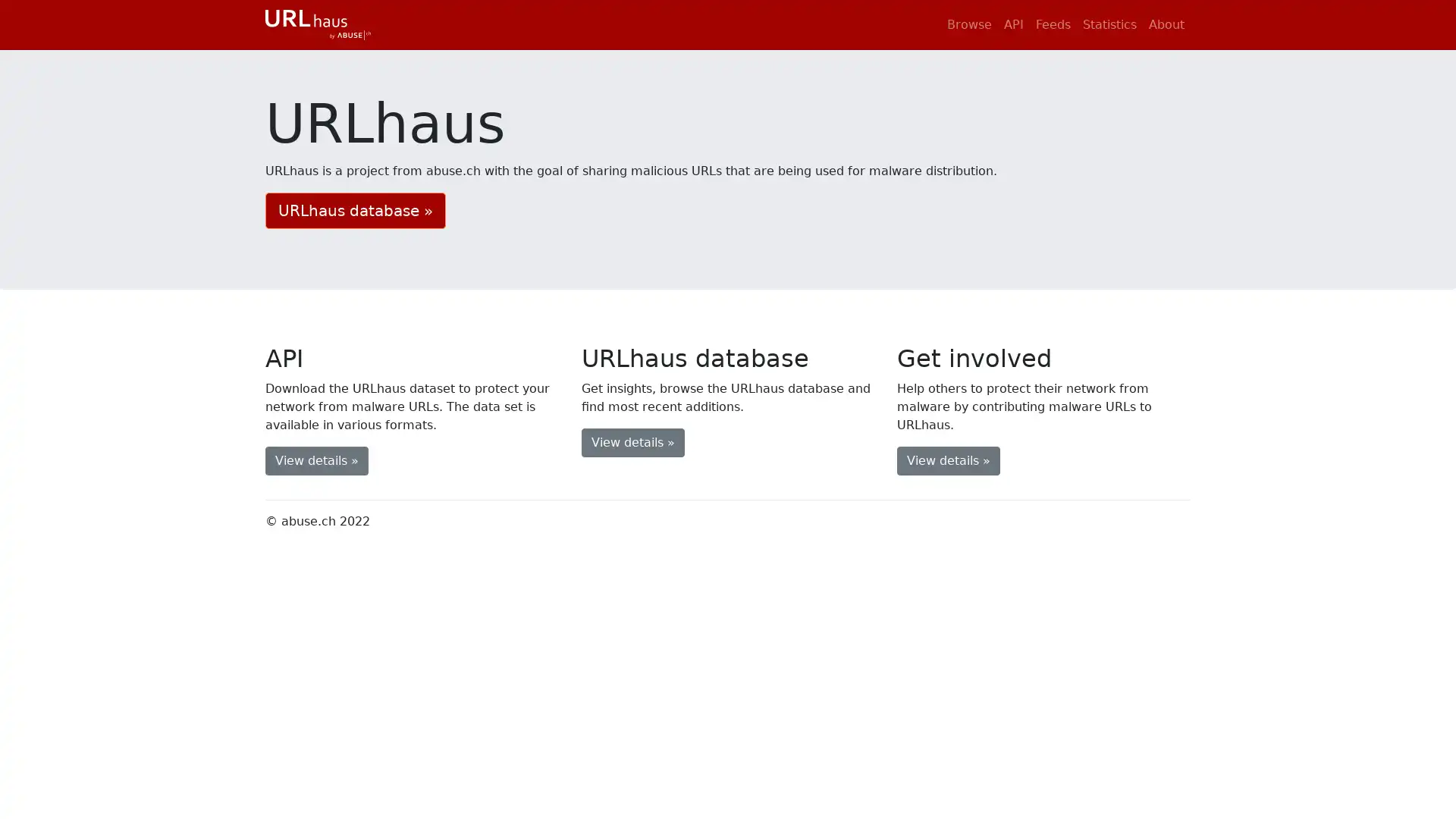  Describe the element at coordinates (355, 210) in the screenshot. I see `URLhaus database` at that location.